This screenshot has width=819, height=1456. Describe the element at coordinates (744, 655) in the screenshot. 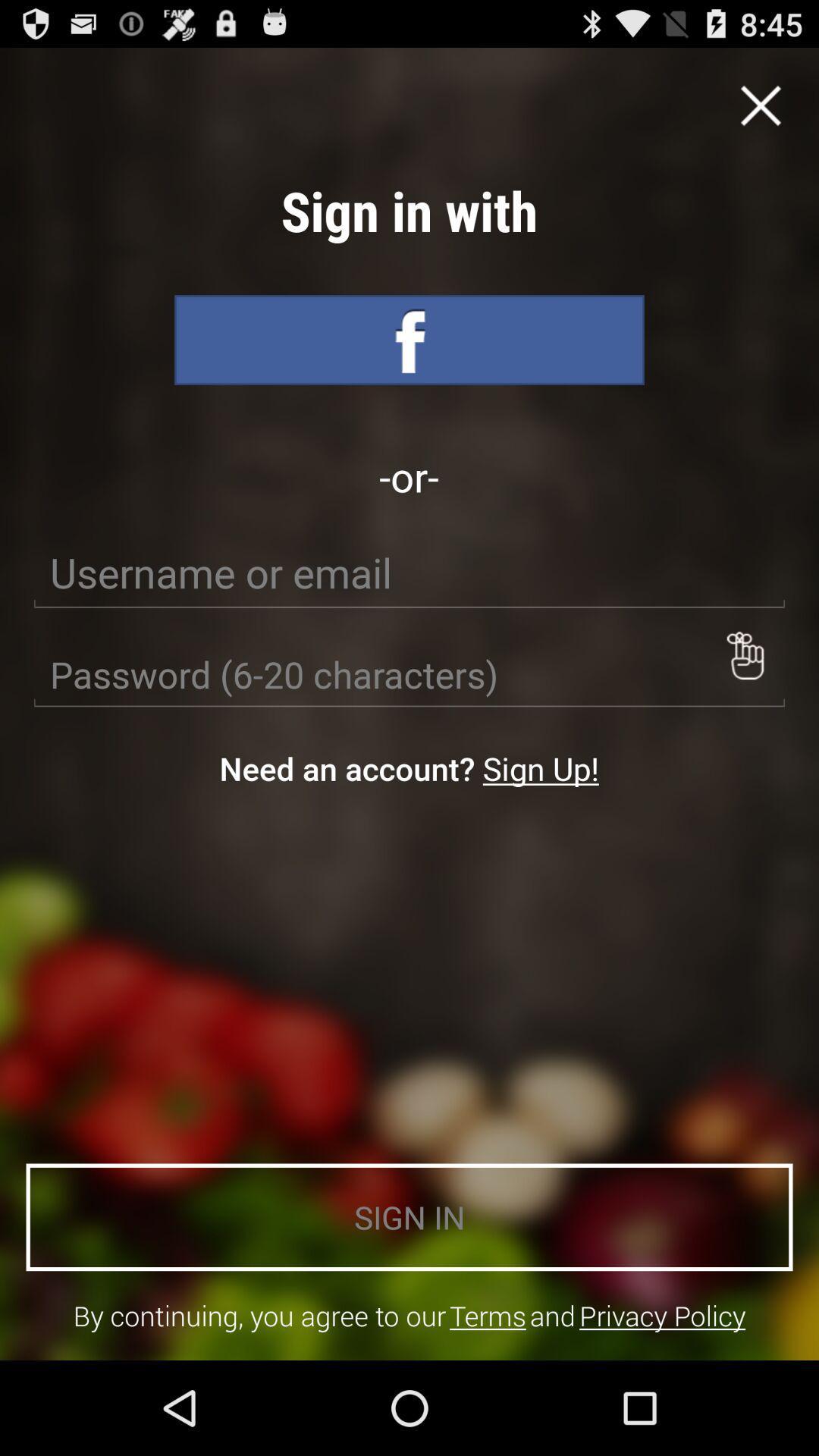

I see `password visibility` at that location.